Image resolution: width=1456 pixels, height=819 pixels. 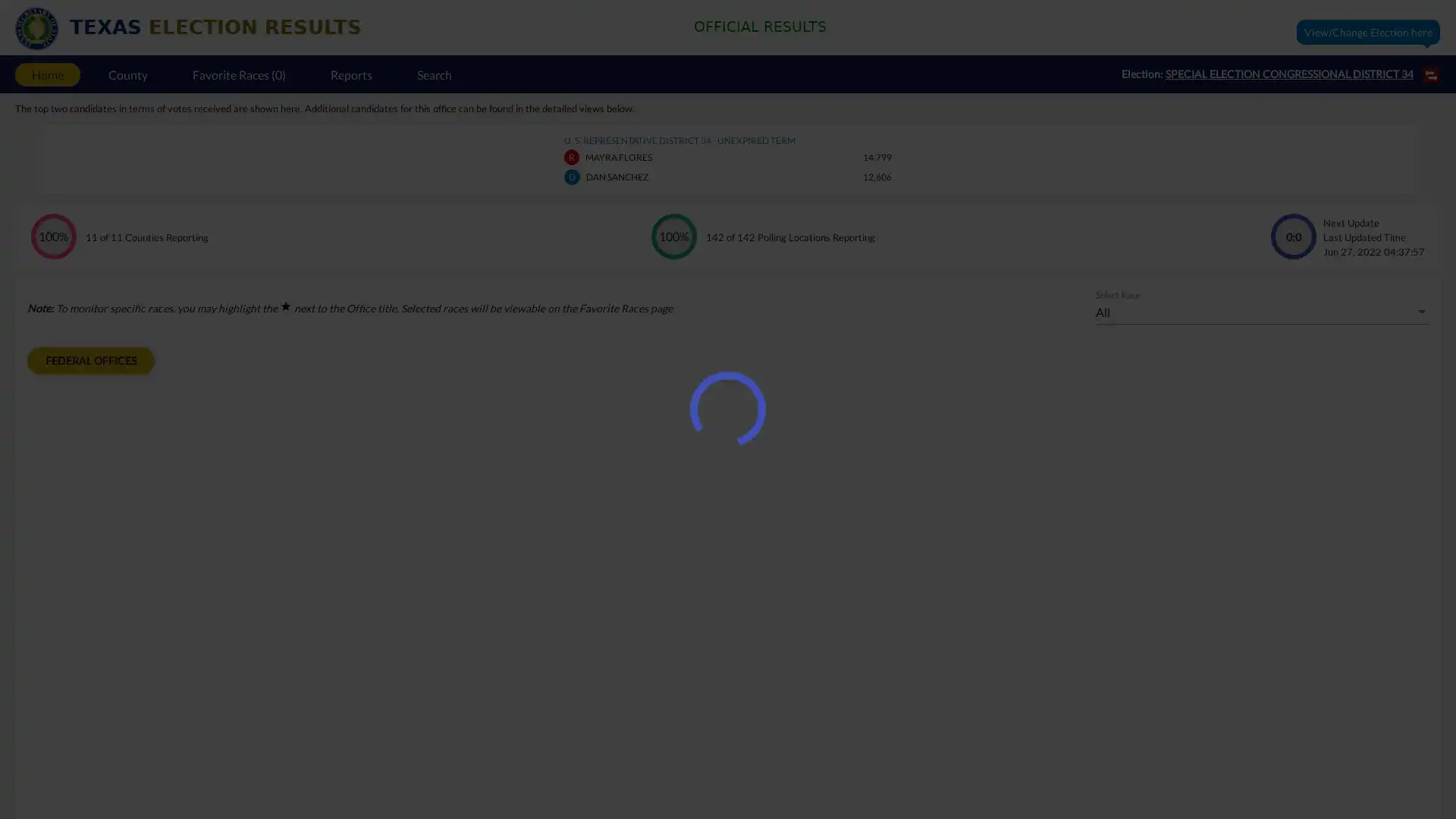 What do you see at coordinates (1335, 403) in the screenshot?
I see `List View mode data representation` at bounding box center [1335, 403].